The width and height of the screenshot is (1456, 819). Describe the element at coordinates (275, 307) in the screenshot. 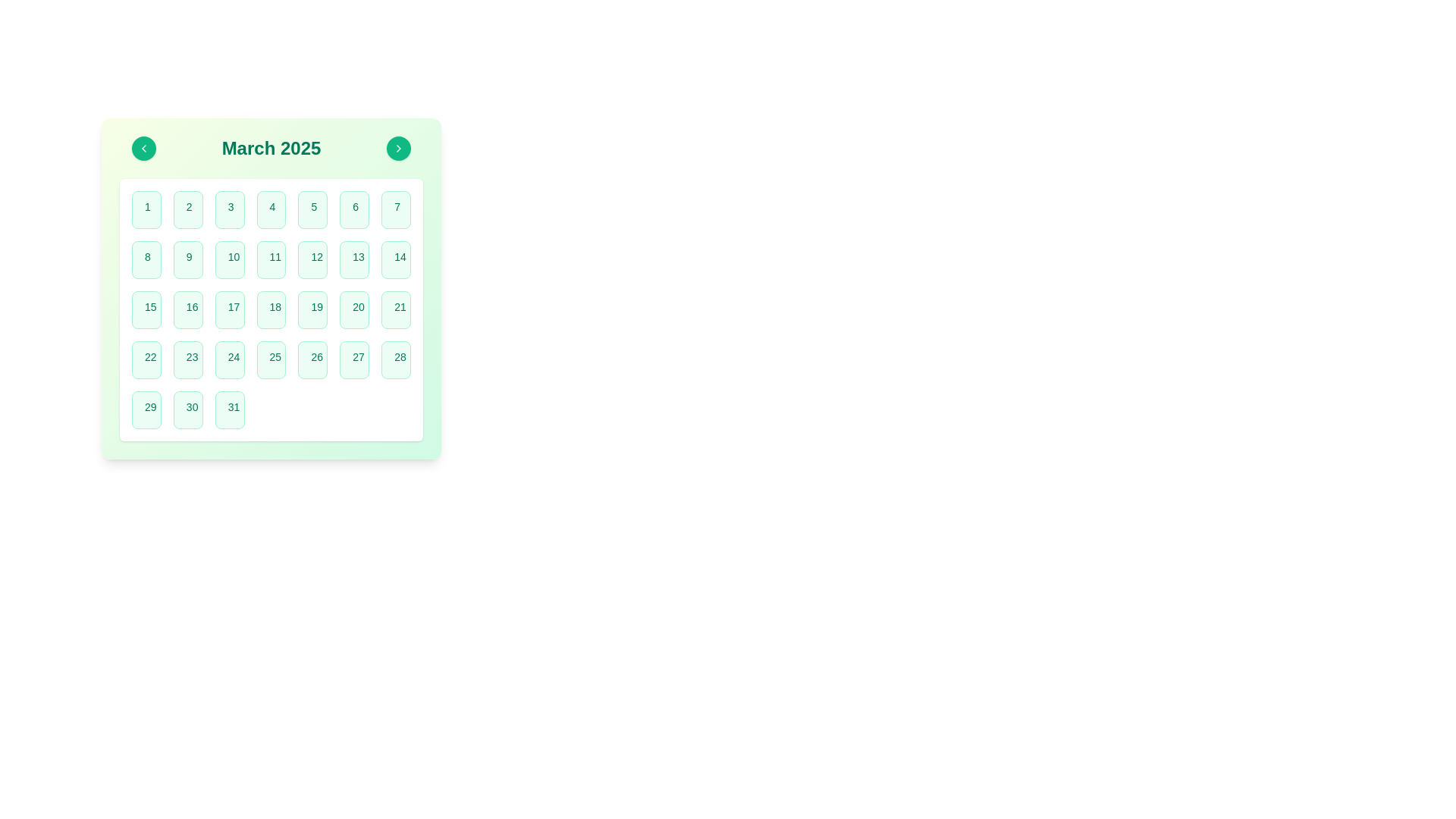

I see `the date label representing March 18, 2025, located in the third row, fourth column of the calendar grid` at that location.